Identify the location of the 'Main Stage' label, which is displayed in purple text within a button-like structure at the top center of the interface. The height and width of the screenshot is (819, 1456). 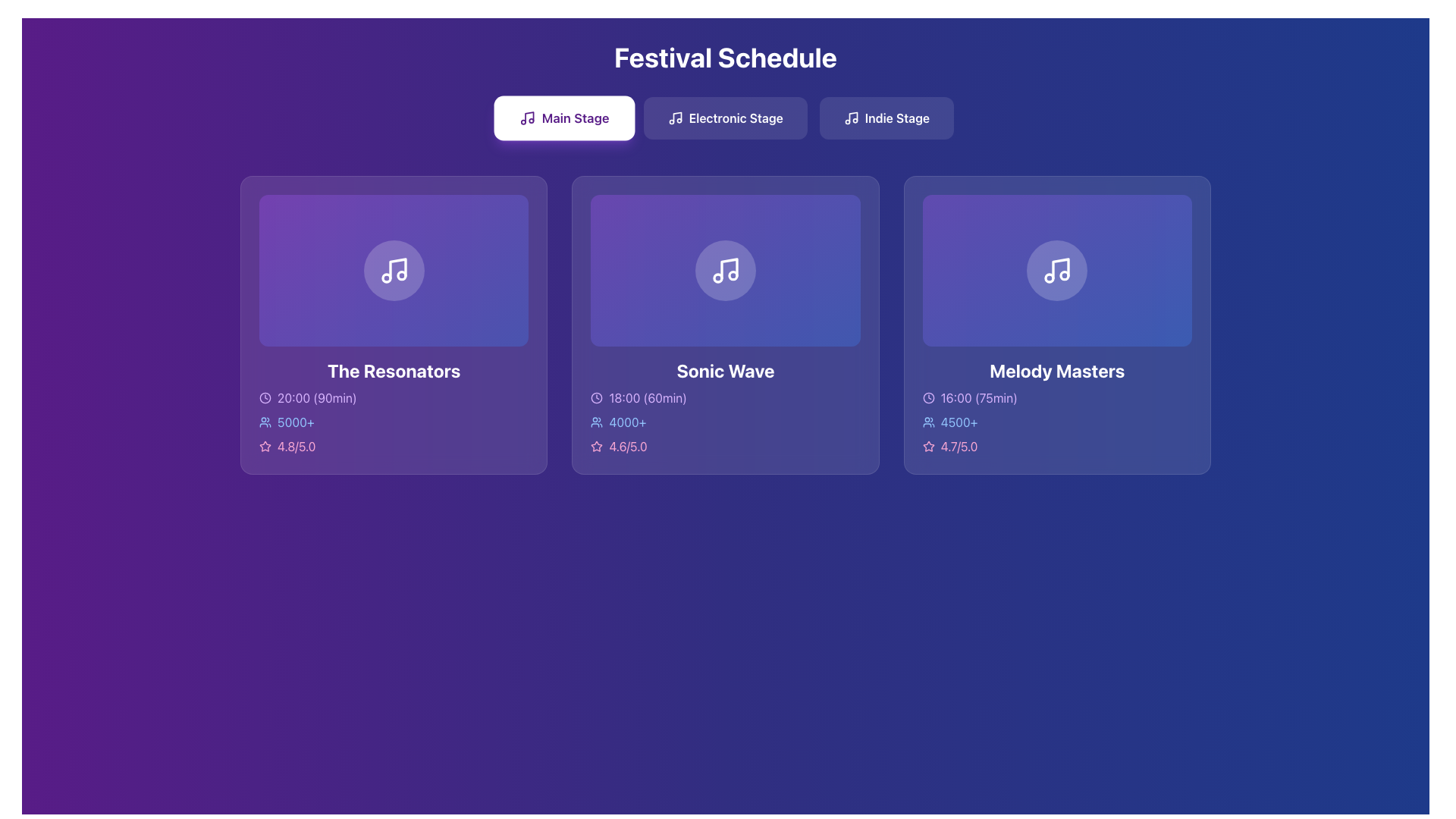
(574, 117).